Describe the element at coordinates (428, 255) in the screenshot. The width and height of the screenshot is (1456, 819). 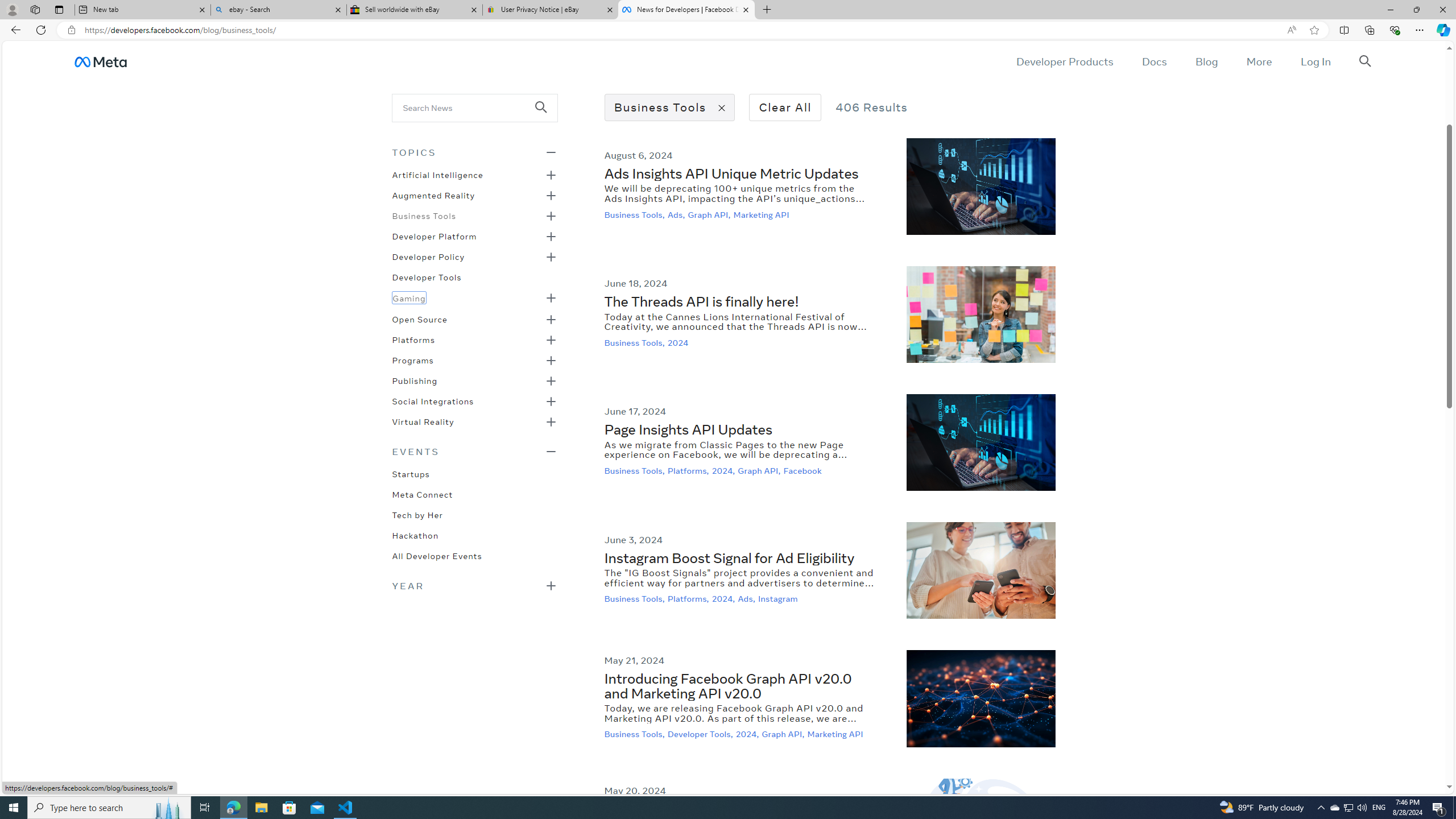
I see `'Developer Policy'` at that location.